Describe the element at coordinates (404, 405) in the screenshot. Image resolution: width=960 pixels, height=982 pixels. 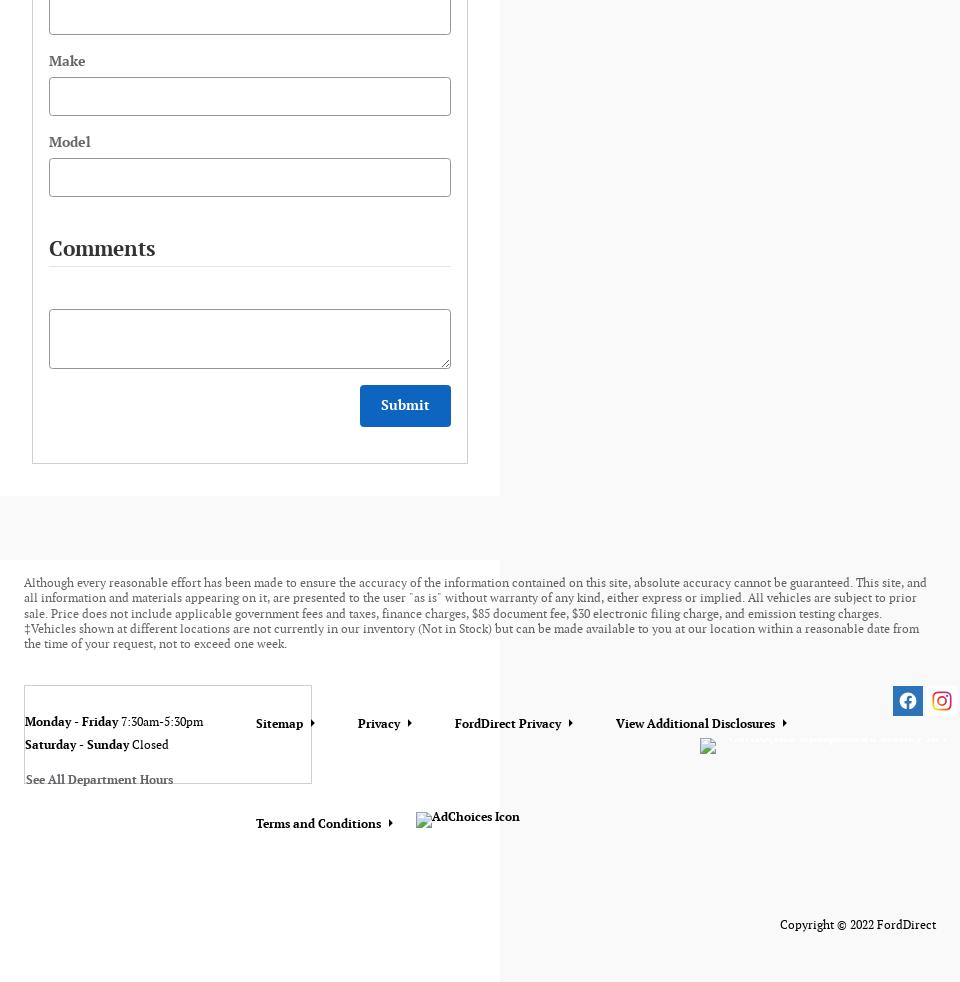
I see `'Submit'` at that location.